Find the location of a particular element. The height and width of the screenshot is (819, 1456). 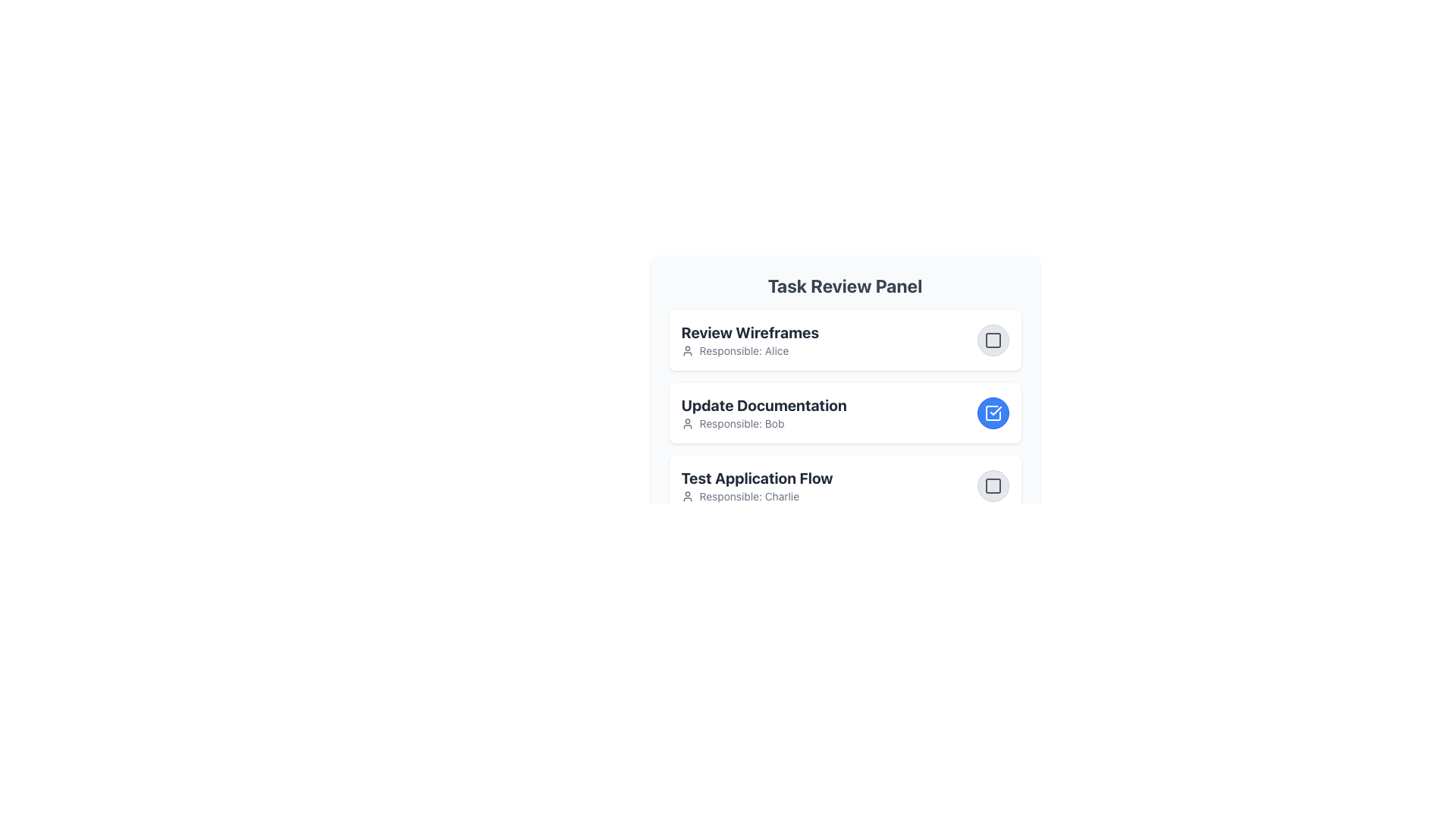

text content of the bold text label 'Test Application Flow' that is located in the third section of a vertically stacked list is located at coordinates (757, 479).